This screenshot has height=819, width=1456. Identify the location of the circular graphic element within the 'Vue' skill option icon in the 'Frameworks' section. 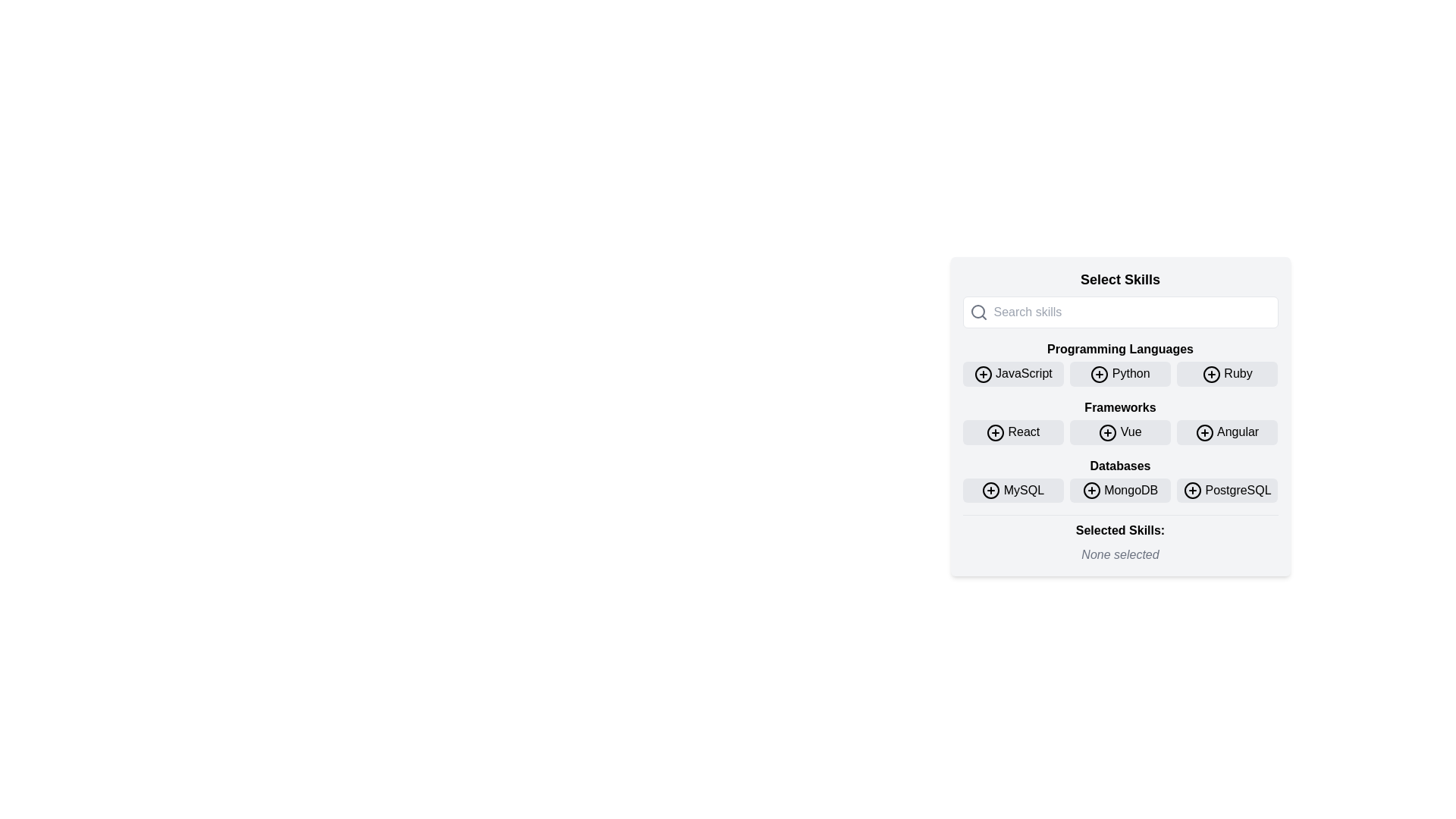
(1108, 432).